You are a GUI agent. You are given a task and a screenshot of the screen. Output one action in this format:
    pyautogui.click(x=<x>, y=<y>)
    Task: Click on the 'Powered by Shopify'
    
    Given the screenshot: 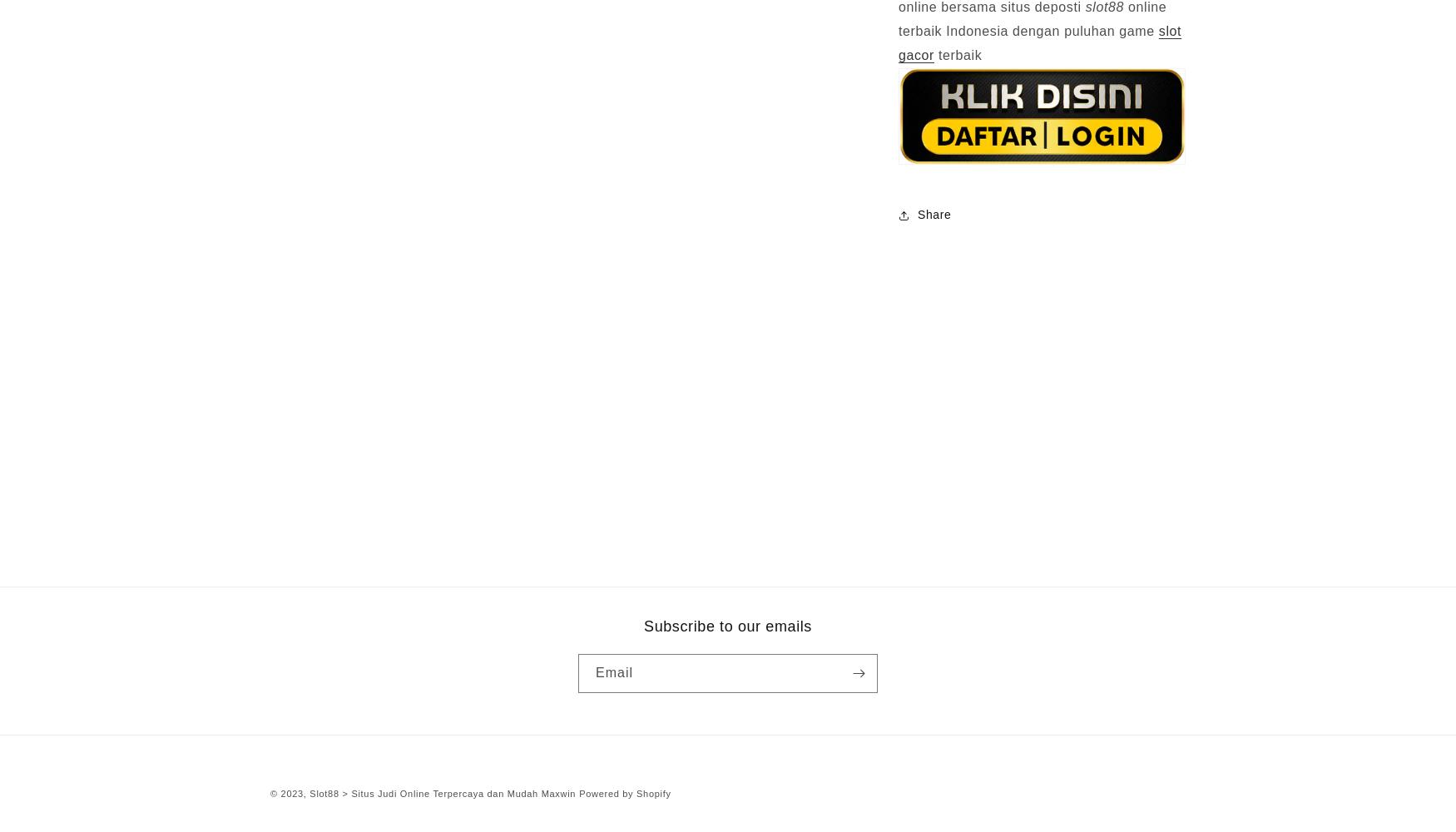 What is the action you would take?
    pyautogui.click(x=624, y=792)
    